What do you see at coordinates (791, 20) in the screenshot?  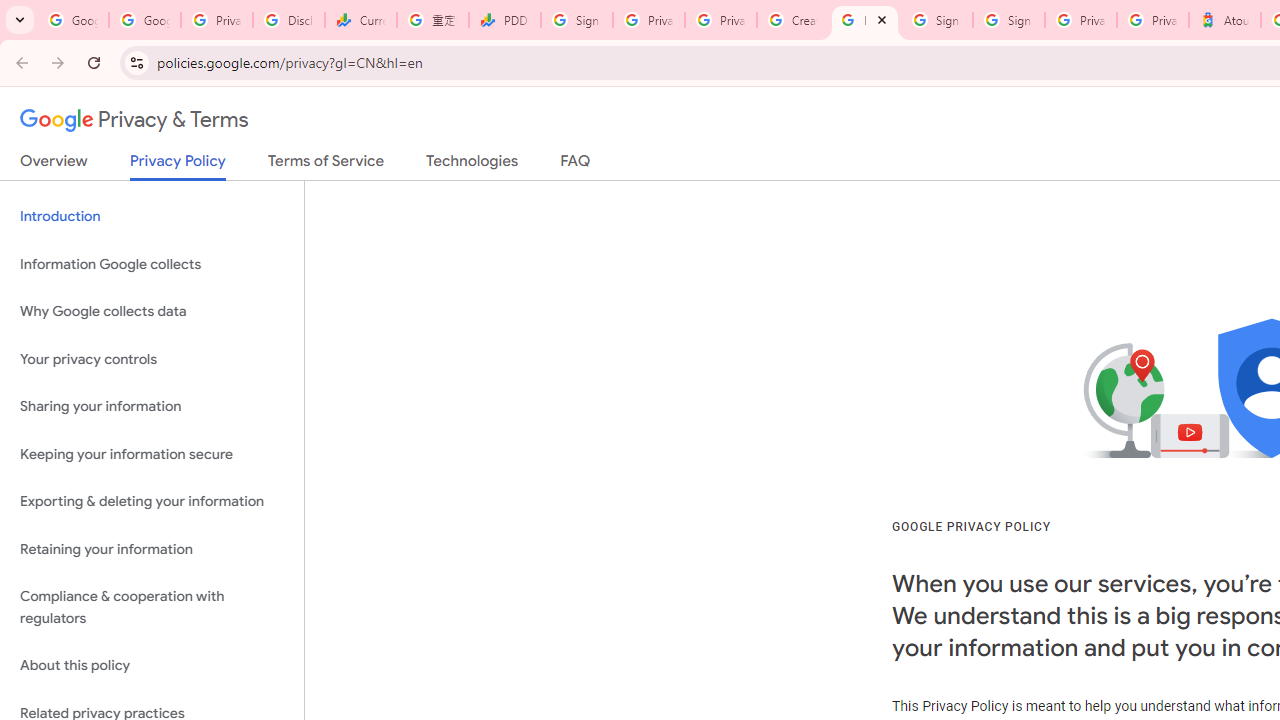 I see `'Create your Google Account'` at bounding box center [791, 20].